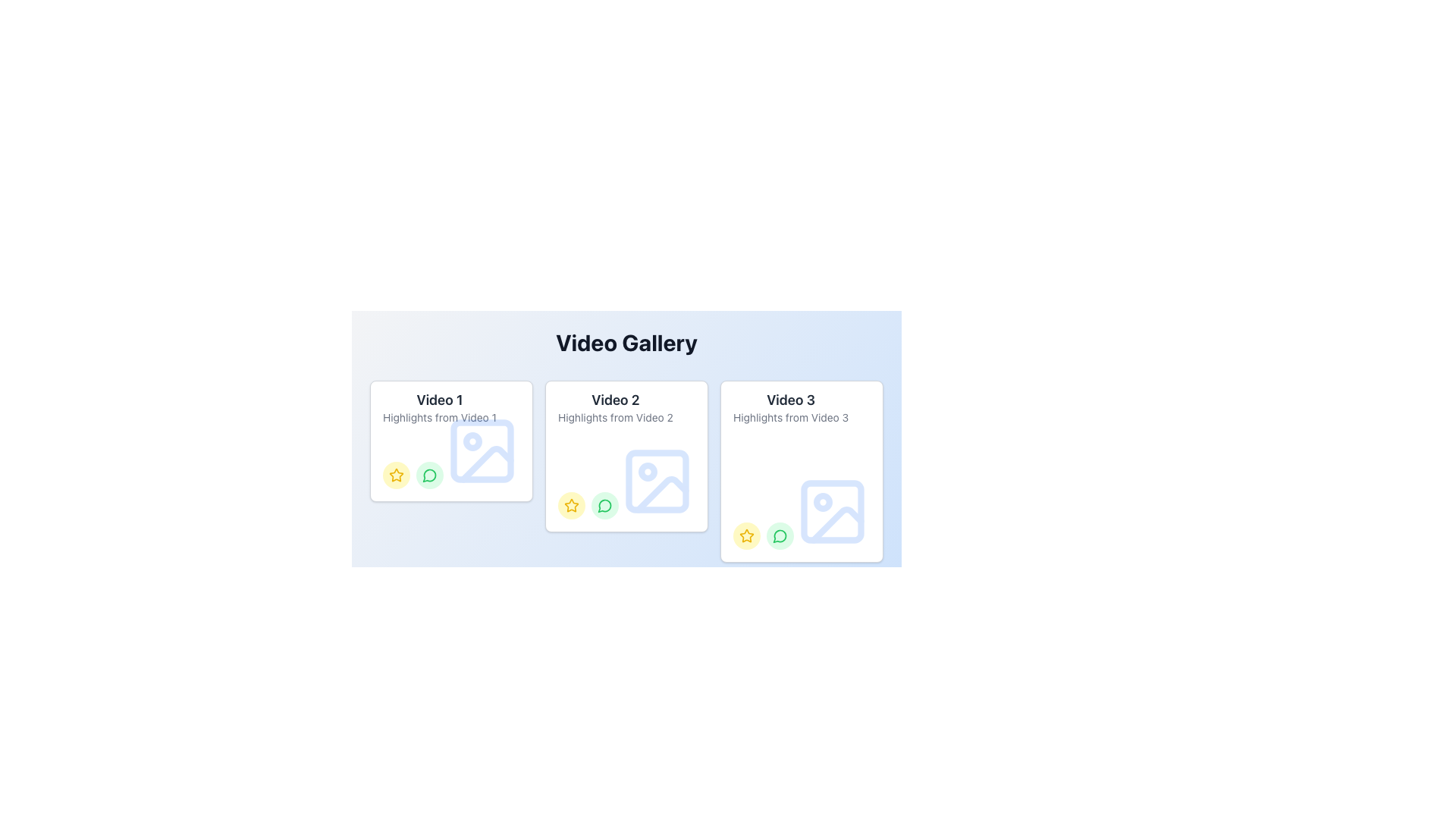 The width and height of the screenshot is (1456, 819). Describe the element at coordinates (481, 450) in the screenshot. I see `the graphic icon resembling a picture frame located in the bottom-right corner of the Video 1 card for interactions` at that location.